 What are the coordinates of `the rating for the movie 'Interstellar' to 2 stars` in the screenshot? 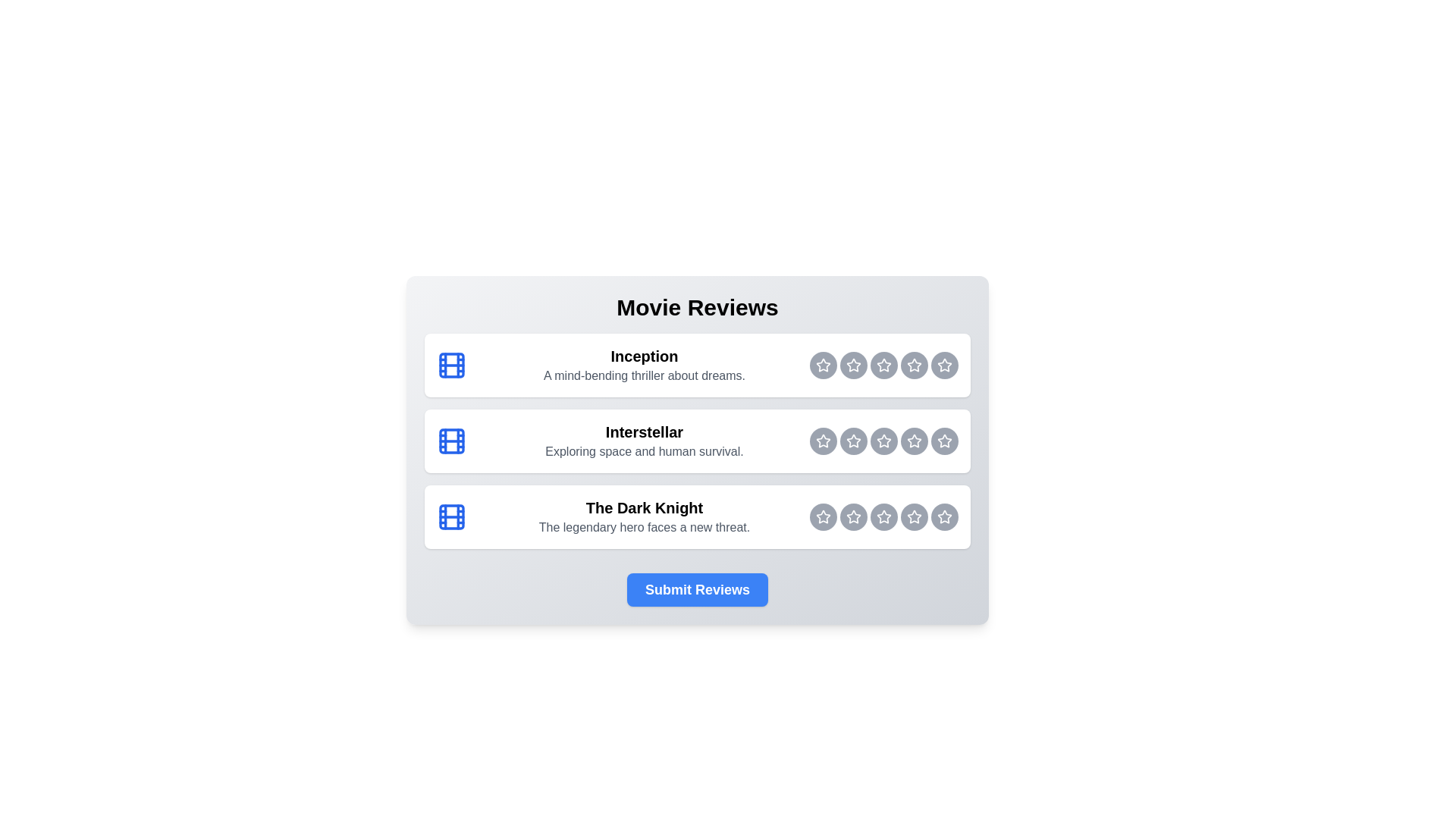 It's located at (822, 441).